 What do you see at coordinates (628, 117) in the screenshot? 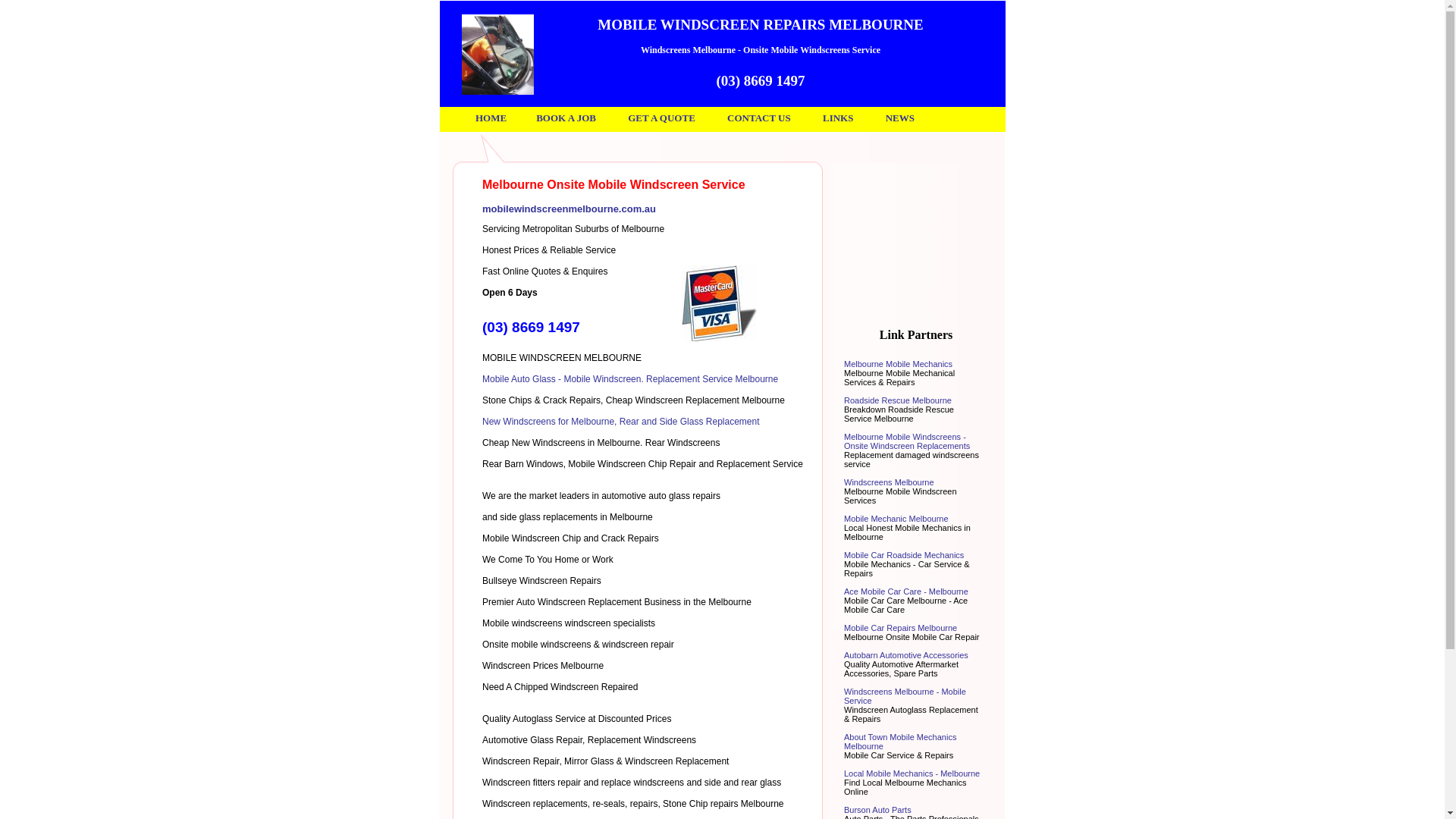
I see `'GET A QUOTE'` at bounding box center [628, 117].